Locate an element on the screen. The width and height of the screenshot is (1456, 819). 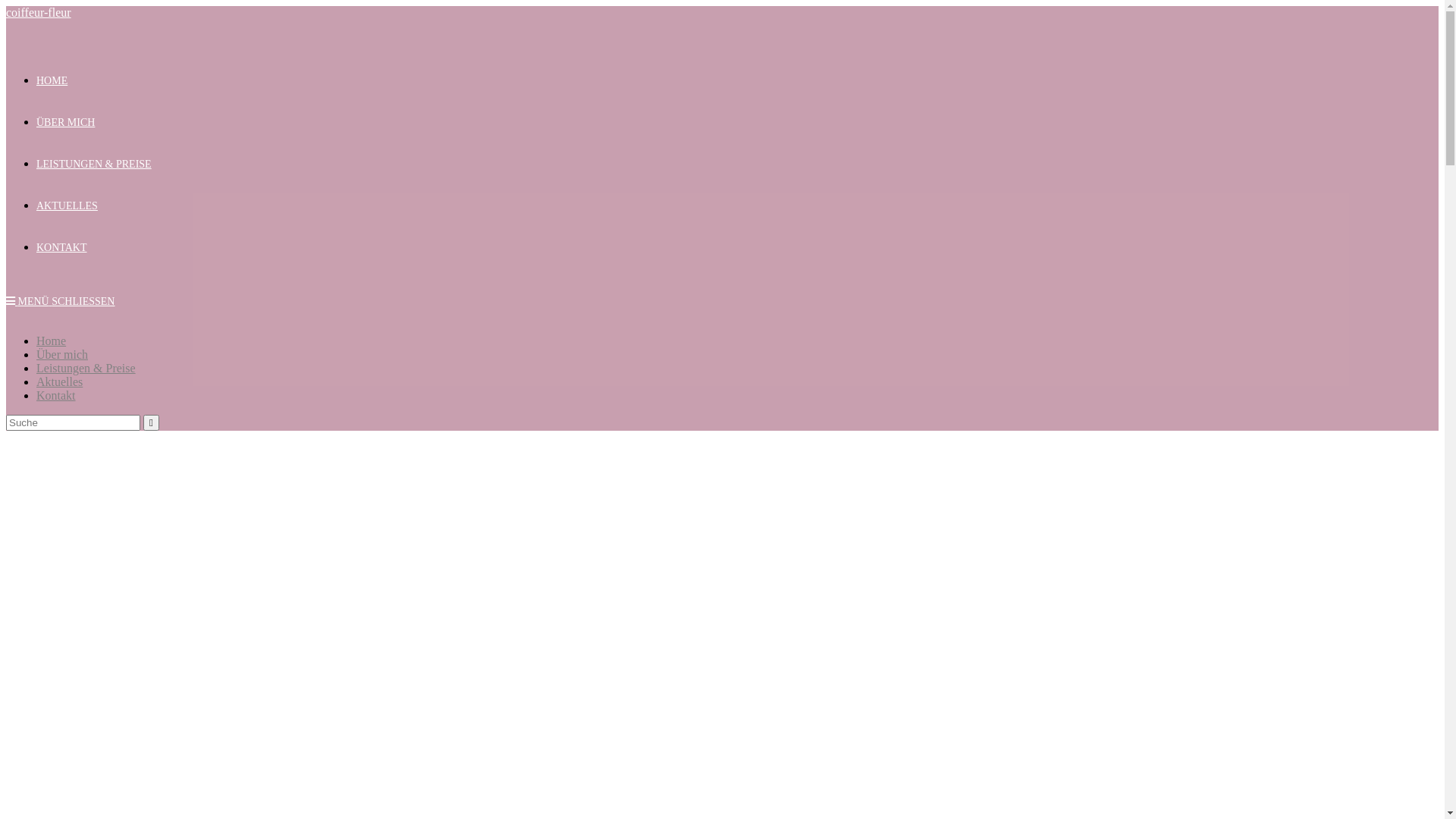
'Leistungen & Preise' is located at coordinates (36, 368).